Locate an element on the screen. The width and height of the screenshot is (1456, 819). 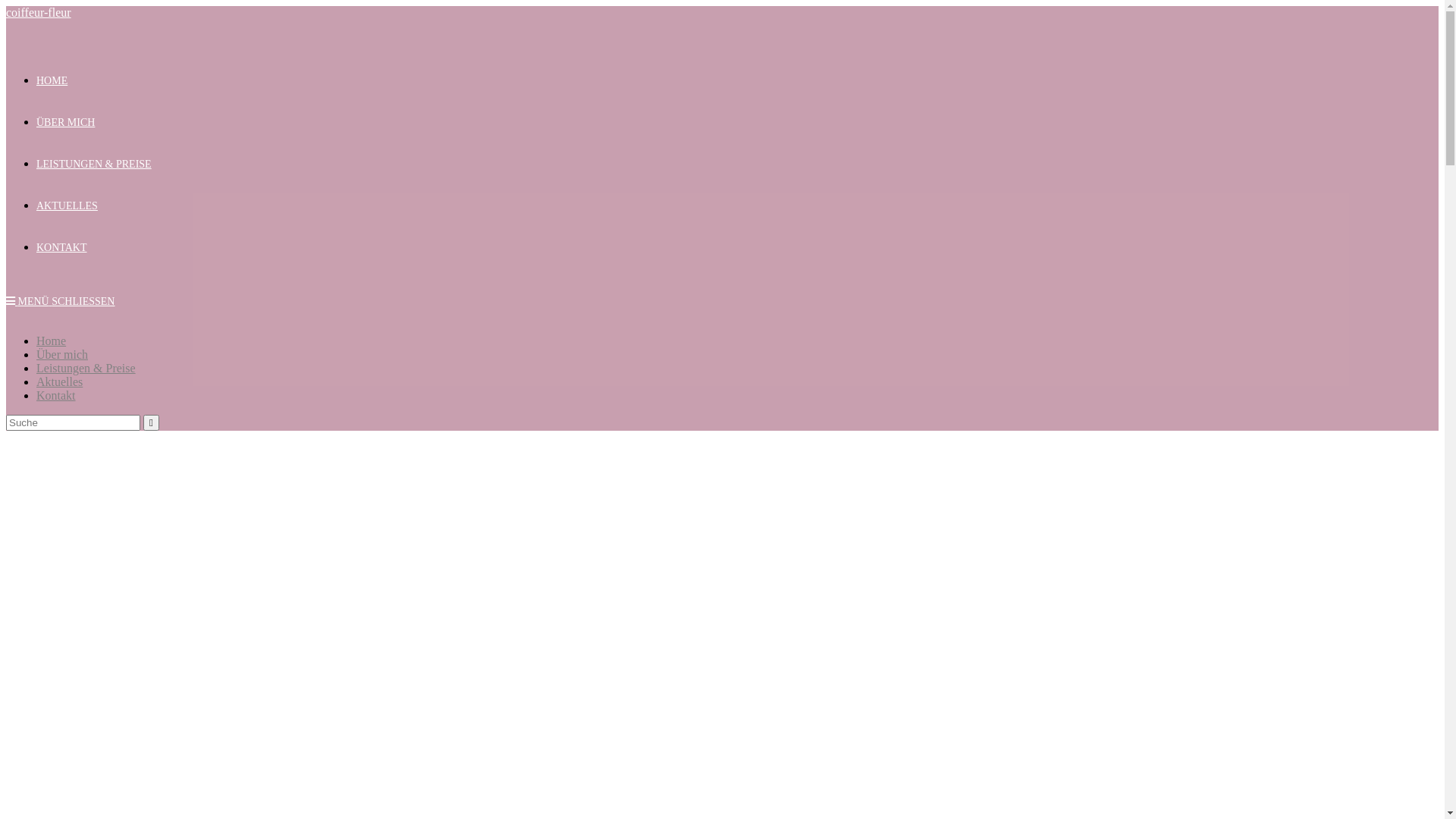
'Leistungen & Preise' is located at coordinates (36, 368).